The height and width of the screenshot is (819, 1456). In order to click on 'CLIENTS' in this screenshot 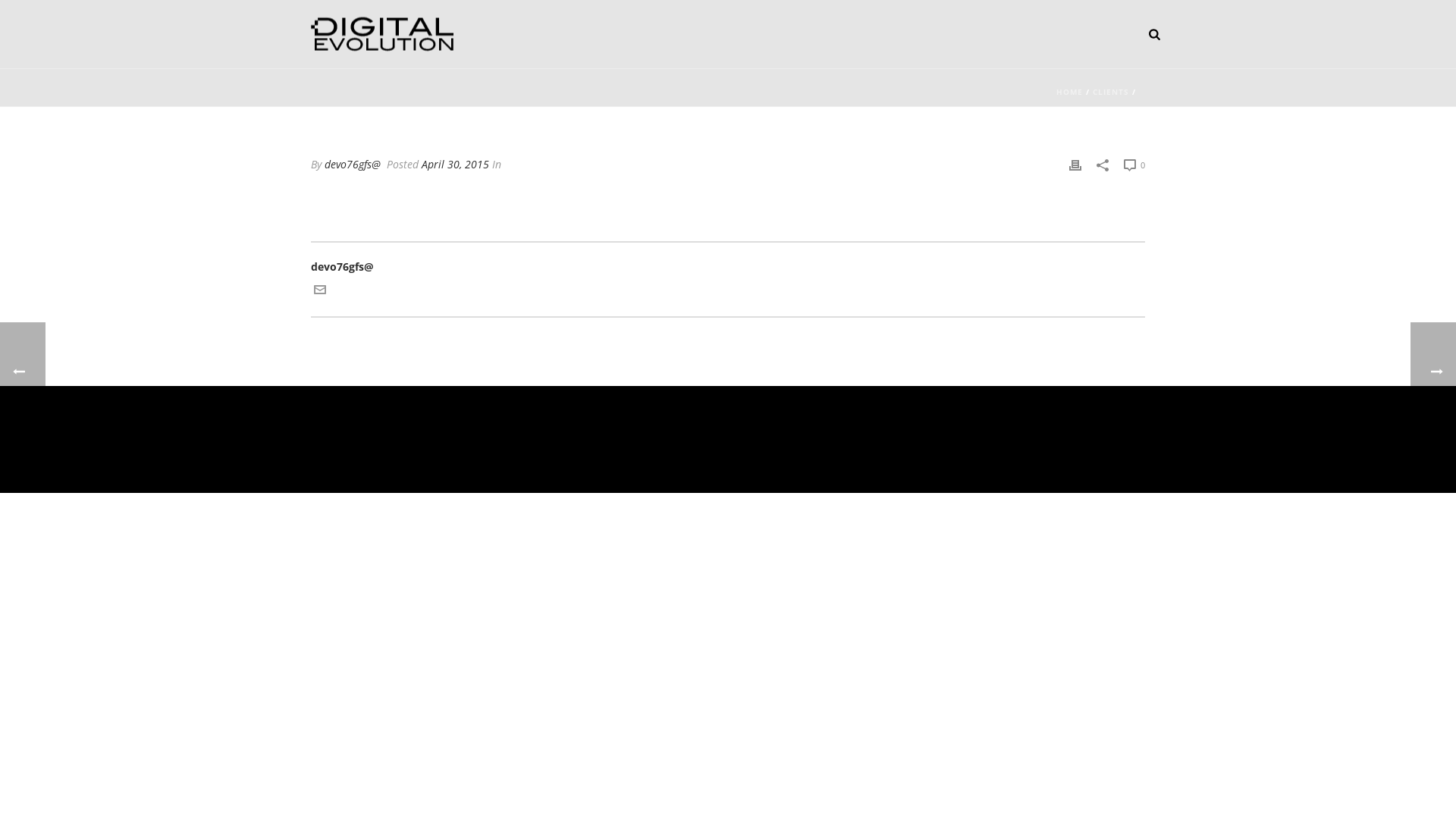, I will do `click(1110, 91)`.